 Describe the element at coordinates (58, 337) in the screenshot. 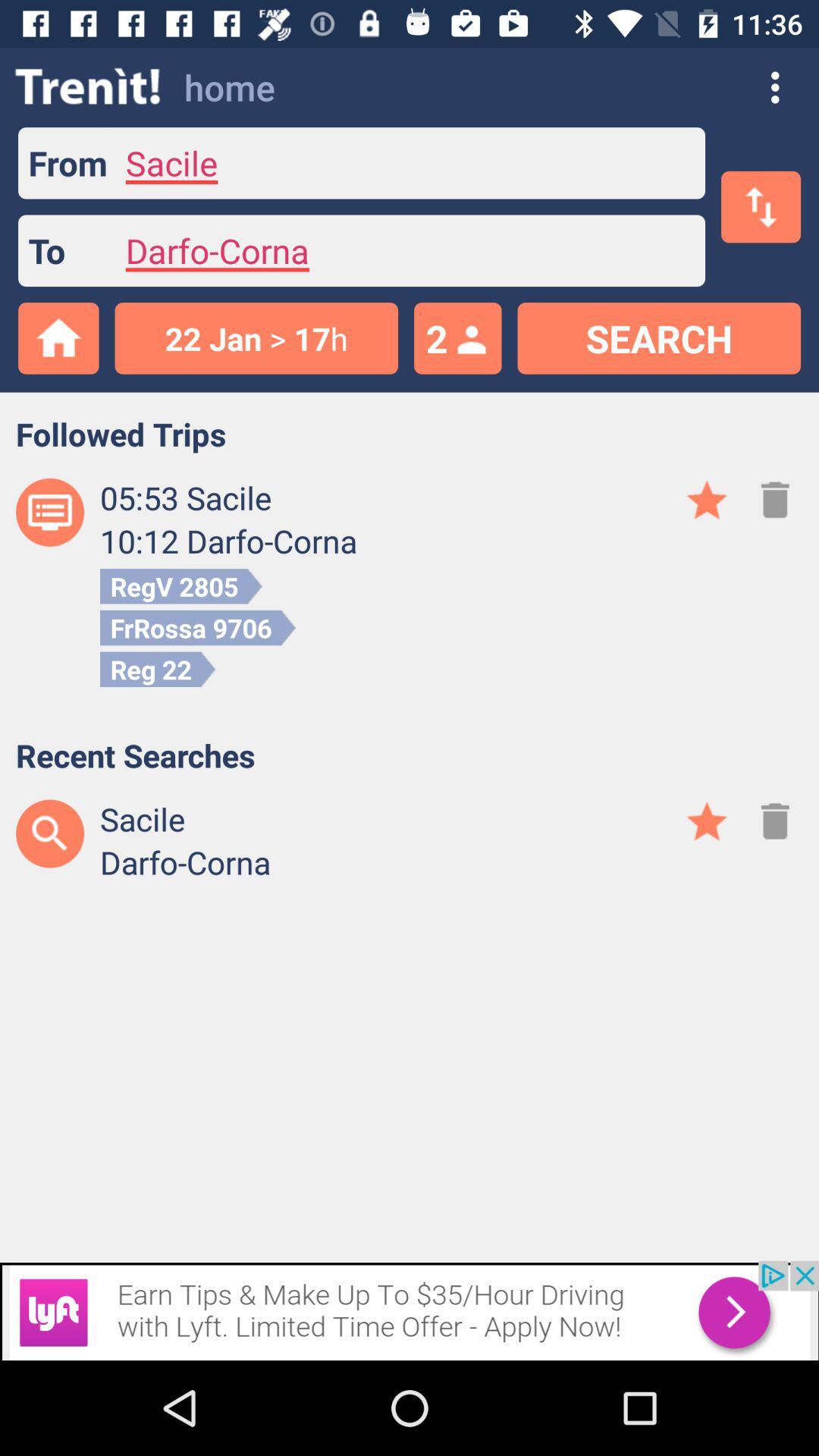

I see `the home icon` at that location.